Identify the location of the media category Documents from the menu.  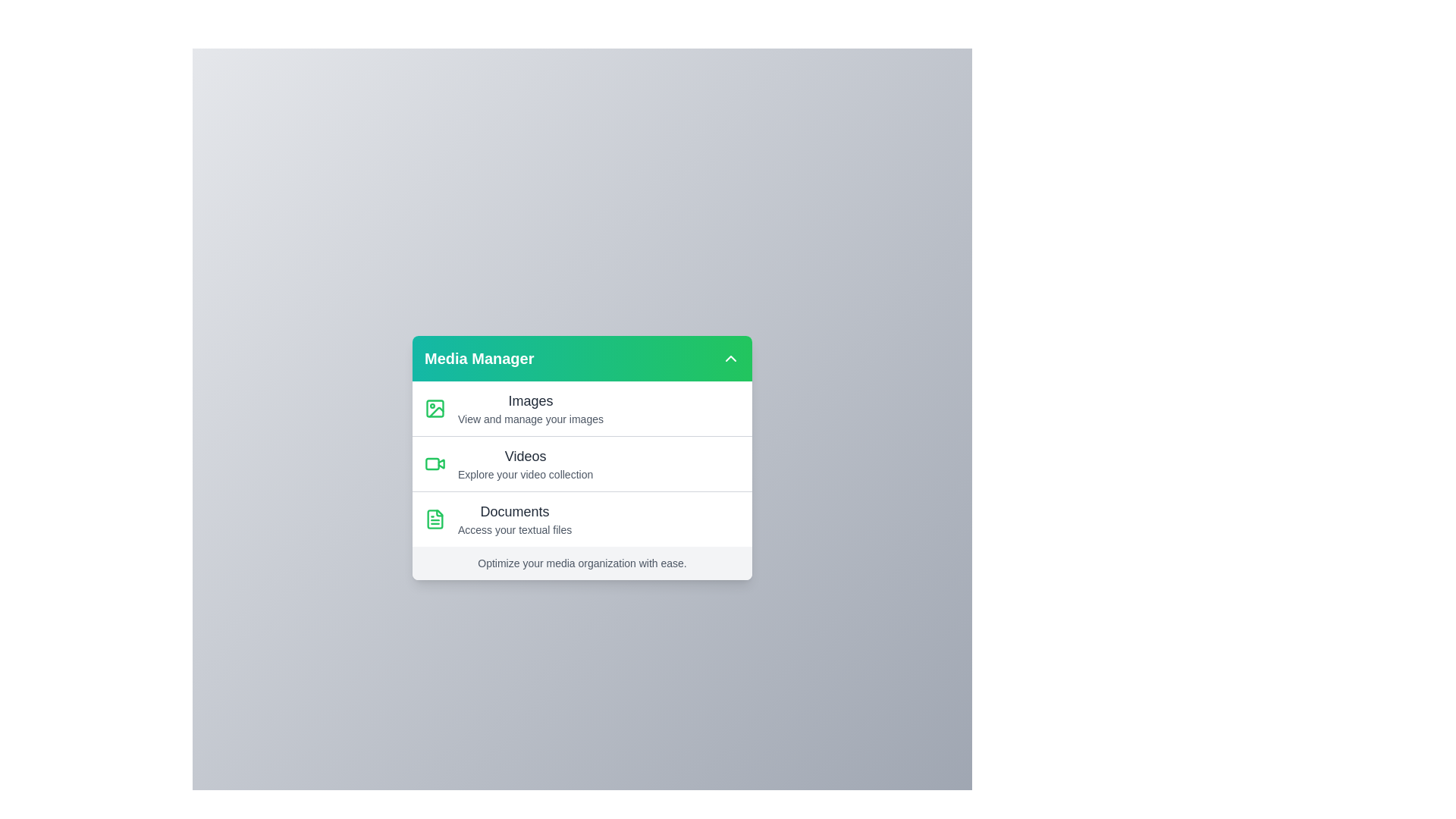
(582, 518).